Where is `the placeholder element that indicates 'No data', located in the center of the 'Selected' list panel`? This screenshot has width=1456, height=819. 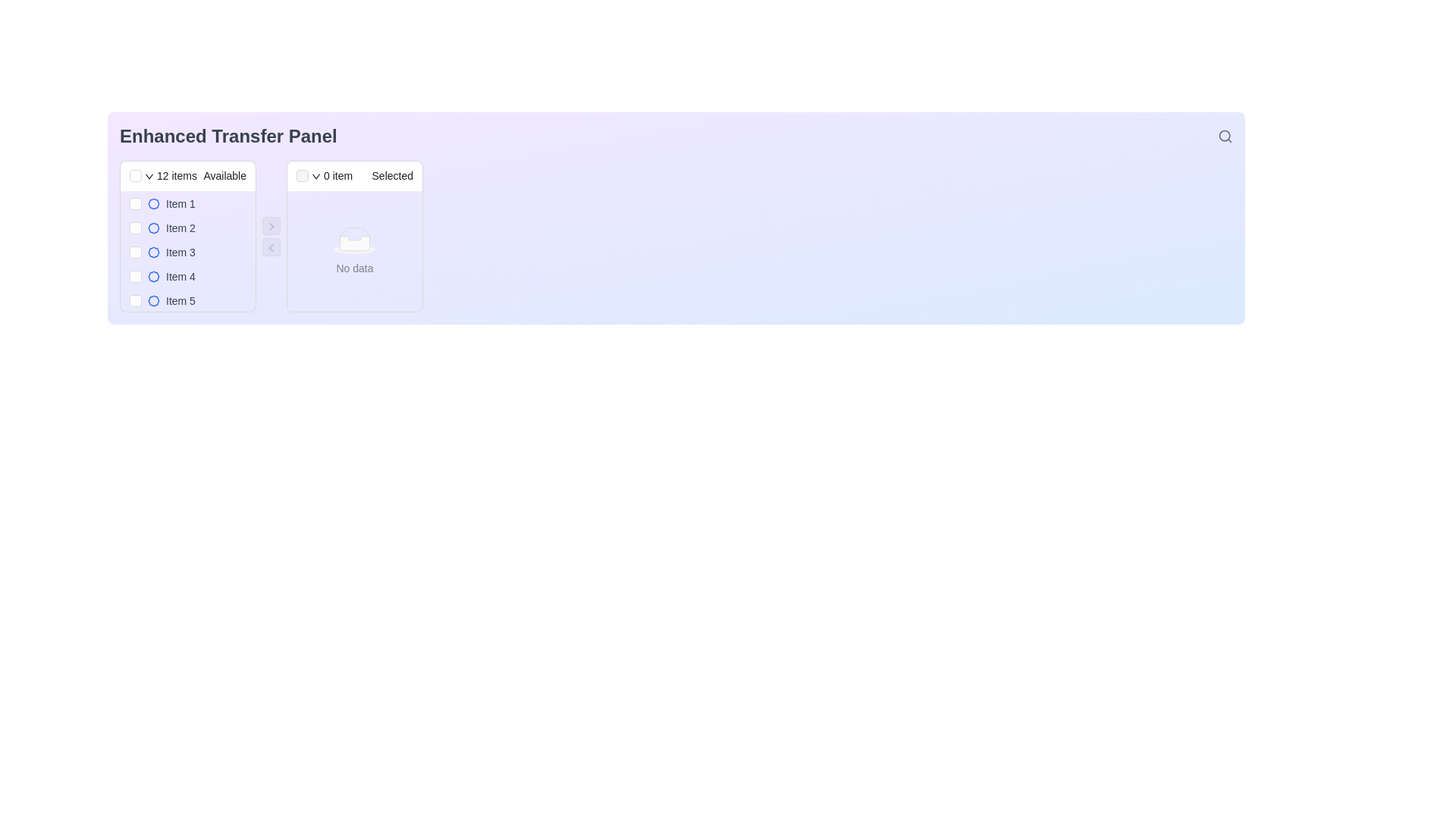
the placeholder element that indicates 'No data', located in the center of the 'Selected' list panel is located at coordinates (353, 250).